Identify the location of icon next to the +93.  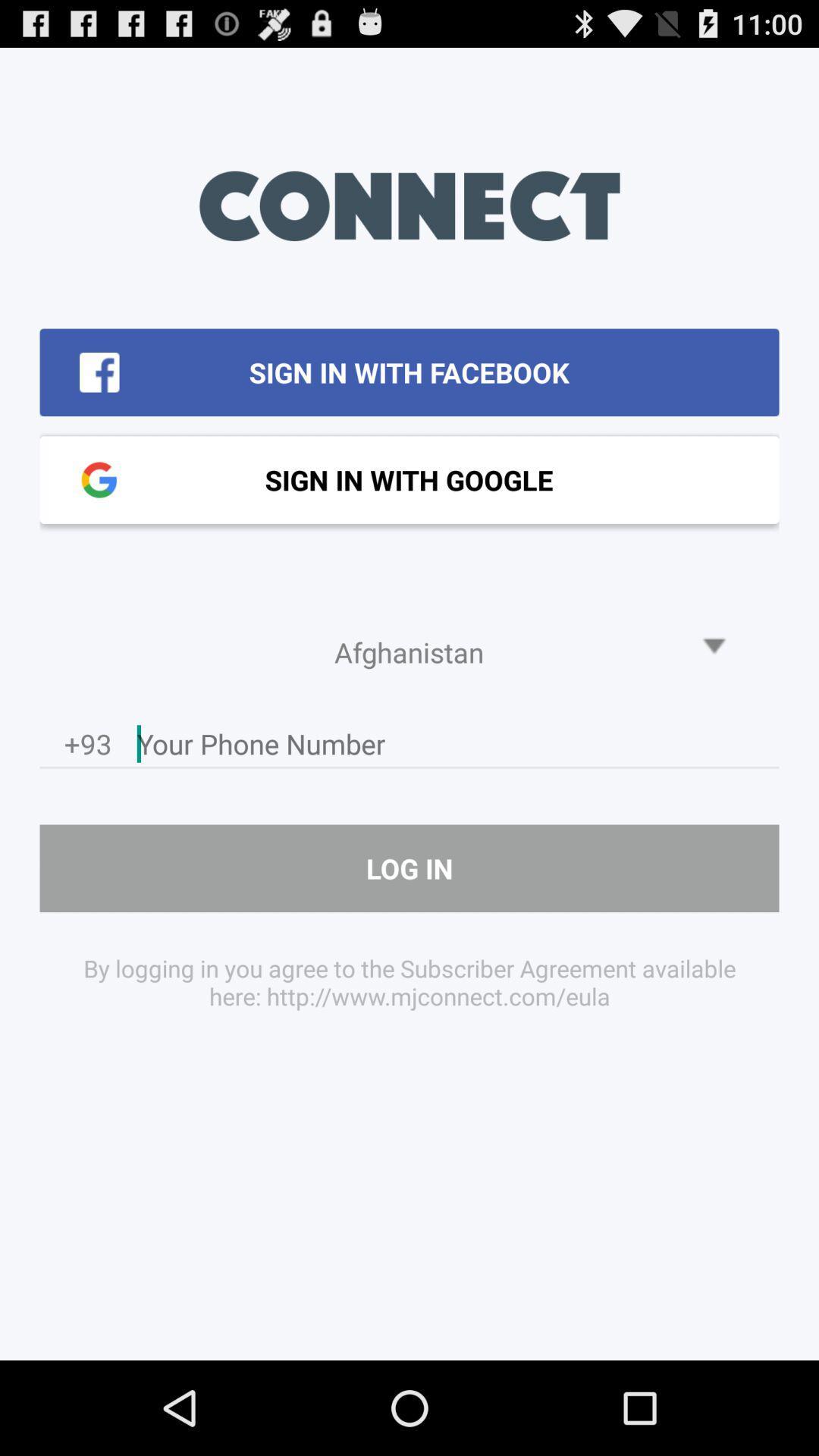
(457, 748).